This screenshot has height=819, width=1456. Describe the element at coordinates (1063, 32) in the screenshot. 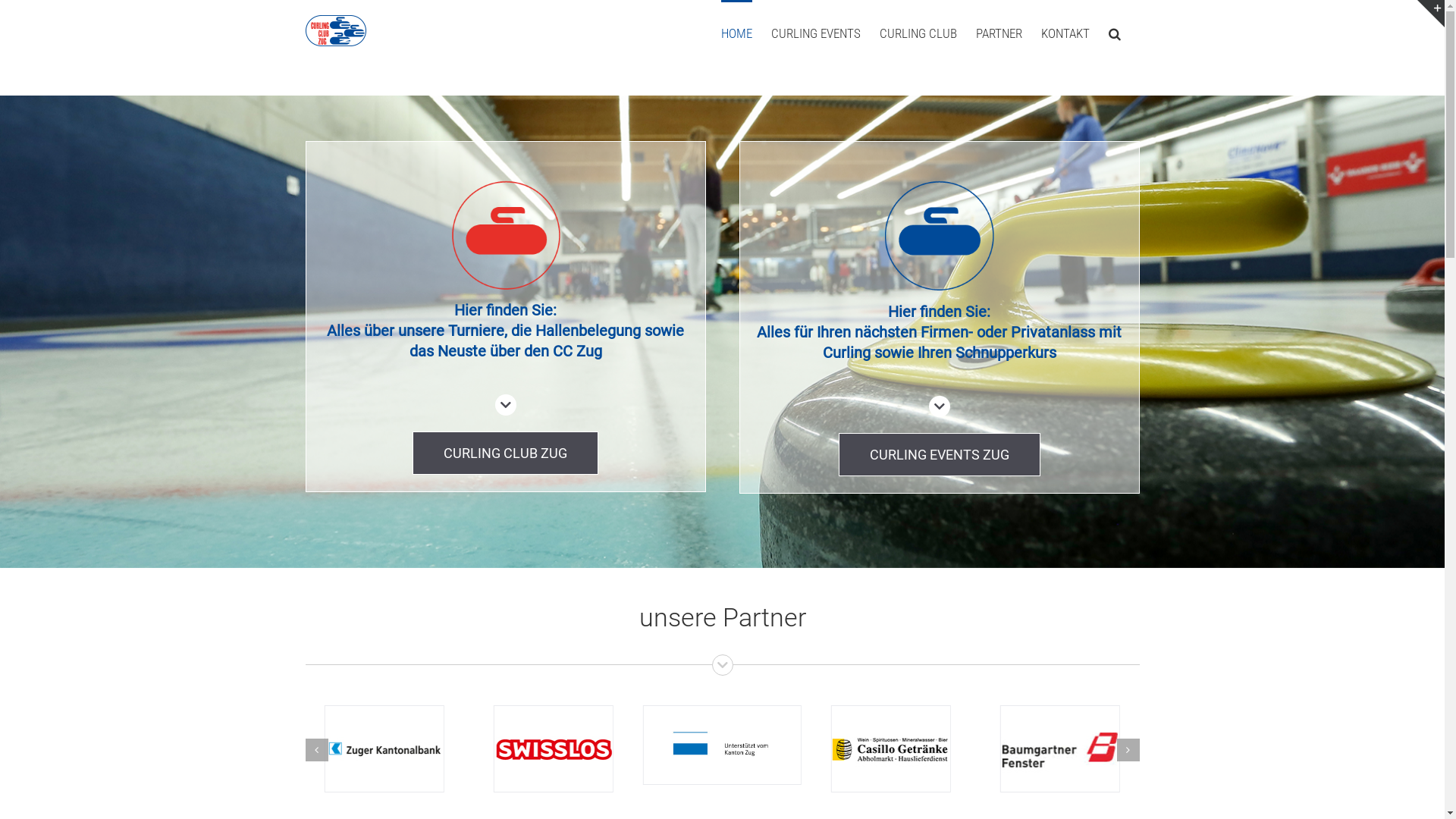

I see `'KONTAKT'` at that location.